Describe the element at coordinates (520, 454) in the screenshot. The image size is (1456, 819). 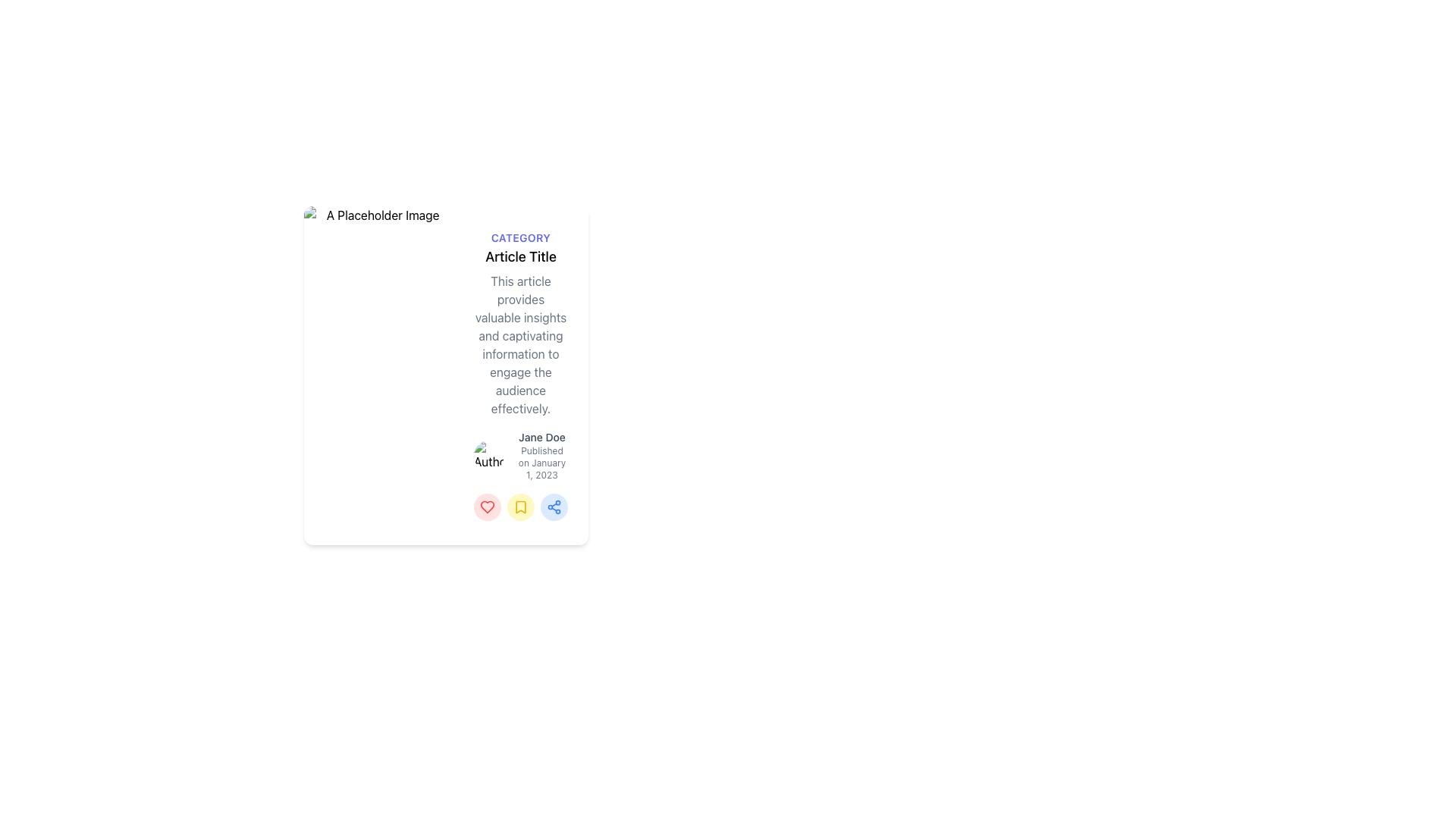
I see `information displayed in the Author Info section located in the lower-middle section of the card, directly below the article's description` at that location.